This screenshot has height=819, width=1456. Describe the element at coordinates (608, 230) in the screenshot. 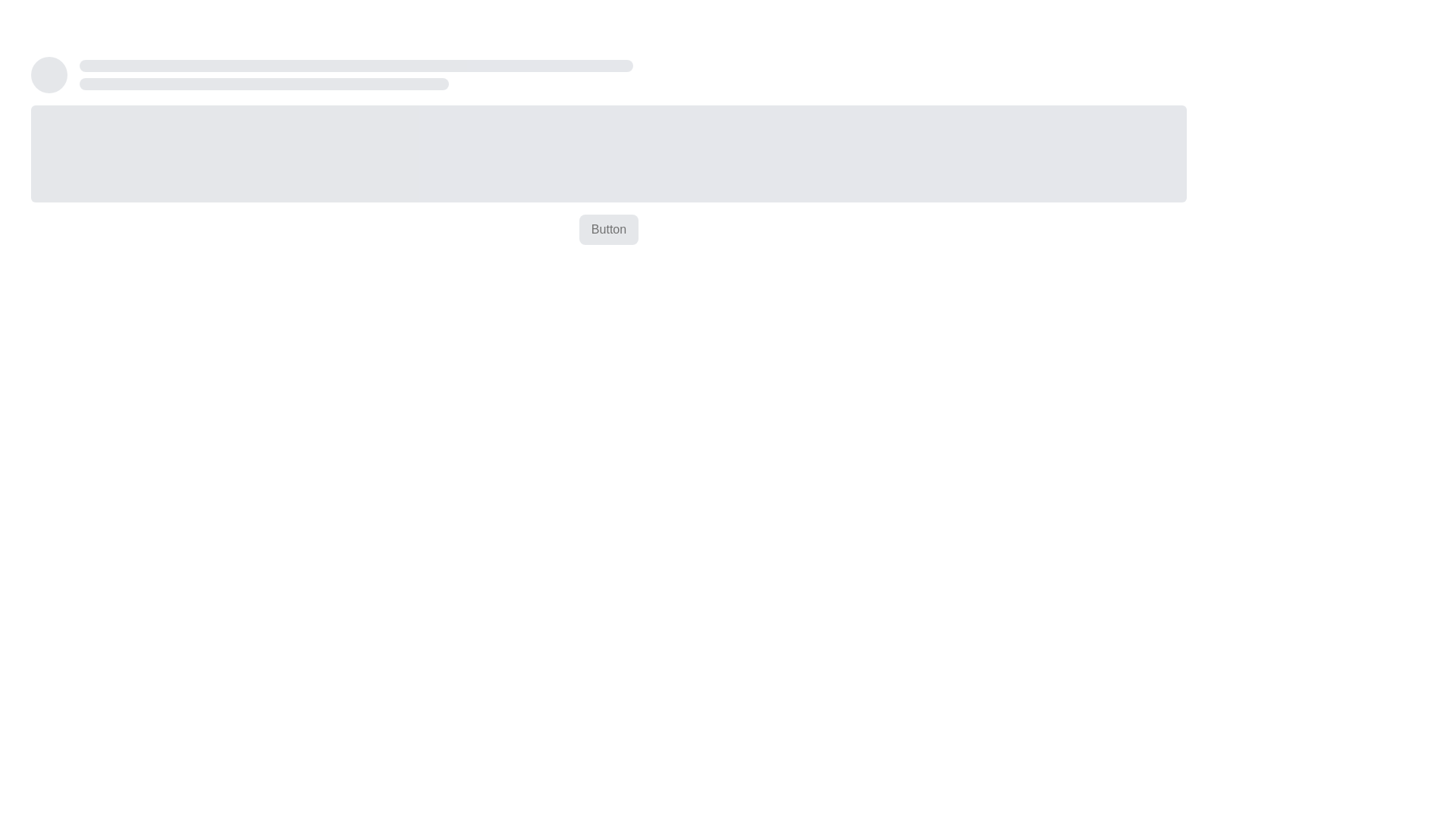

I see `the Button placeholder (non-interactive) which is a rectangular component with rounded corners and a gray background, containing the text 'Button' centered within it` at that location.